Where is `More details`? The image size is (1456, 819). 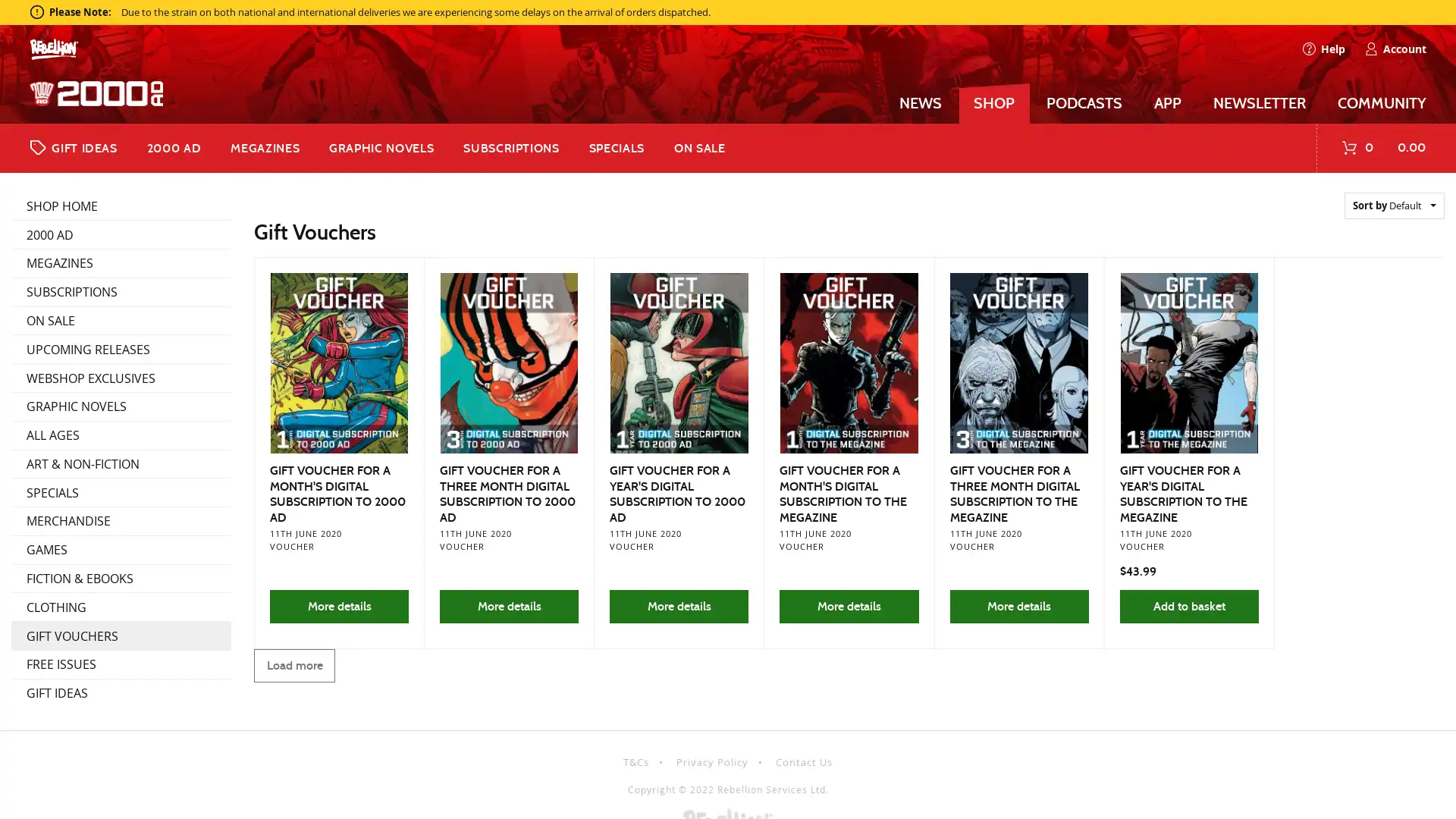 More details is located at coordinates (678, 605).